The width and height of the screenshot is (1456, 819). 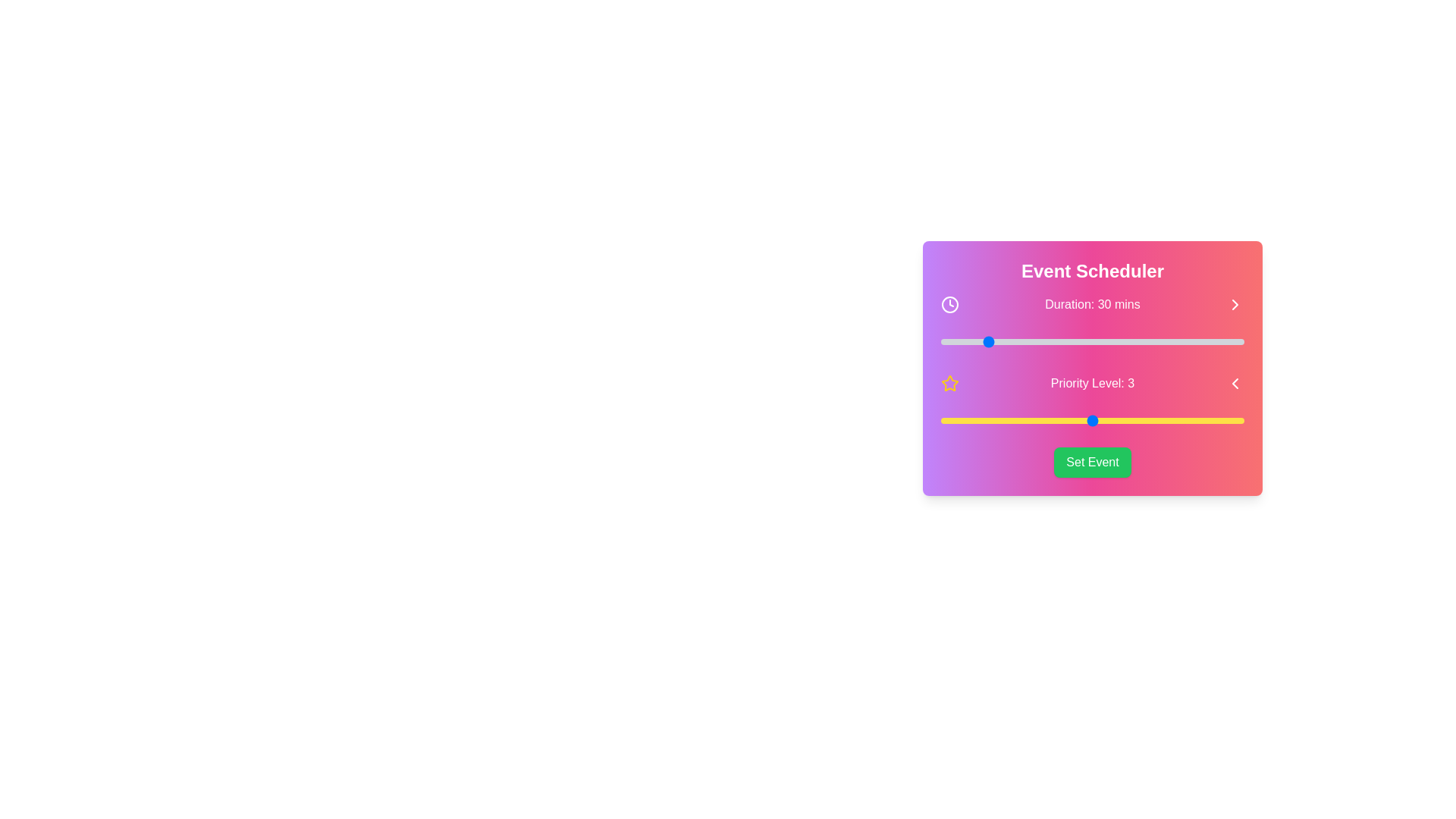 I want to click on the right-pointing chevron icon located on the right side of the 'Duration: 30 mins' label, so click(x=1235, y=304).